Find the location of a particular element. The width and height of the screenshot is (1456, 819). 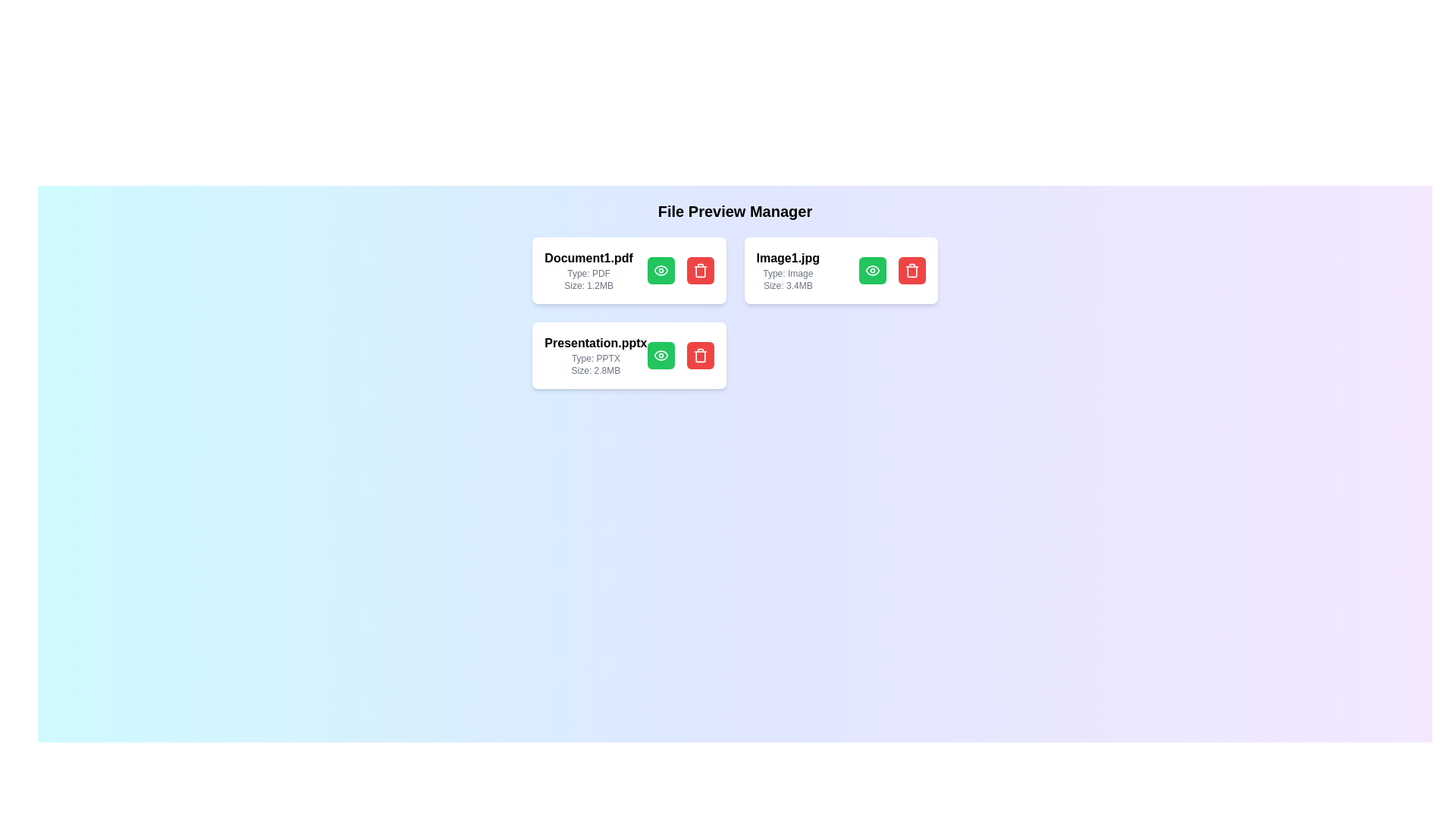

the red button with a trash icon to initiate a delete action is located at coordinates (699, 270).